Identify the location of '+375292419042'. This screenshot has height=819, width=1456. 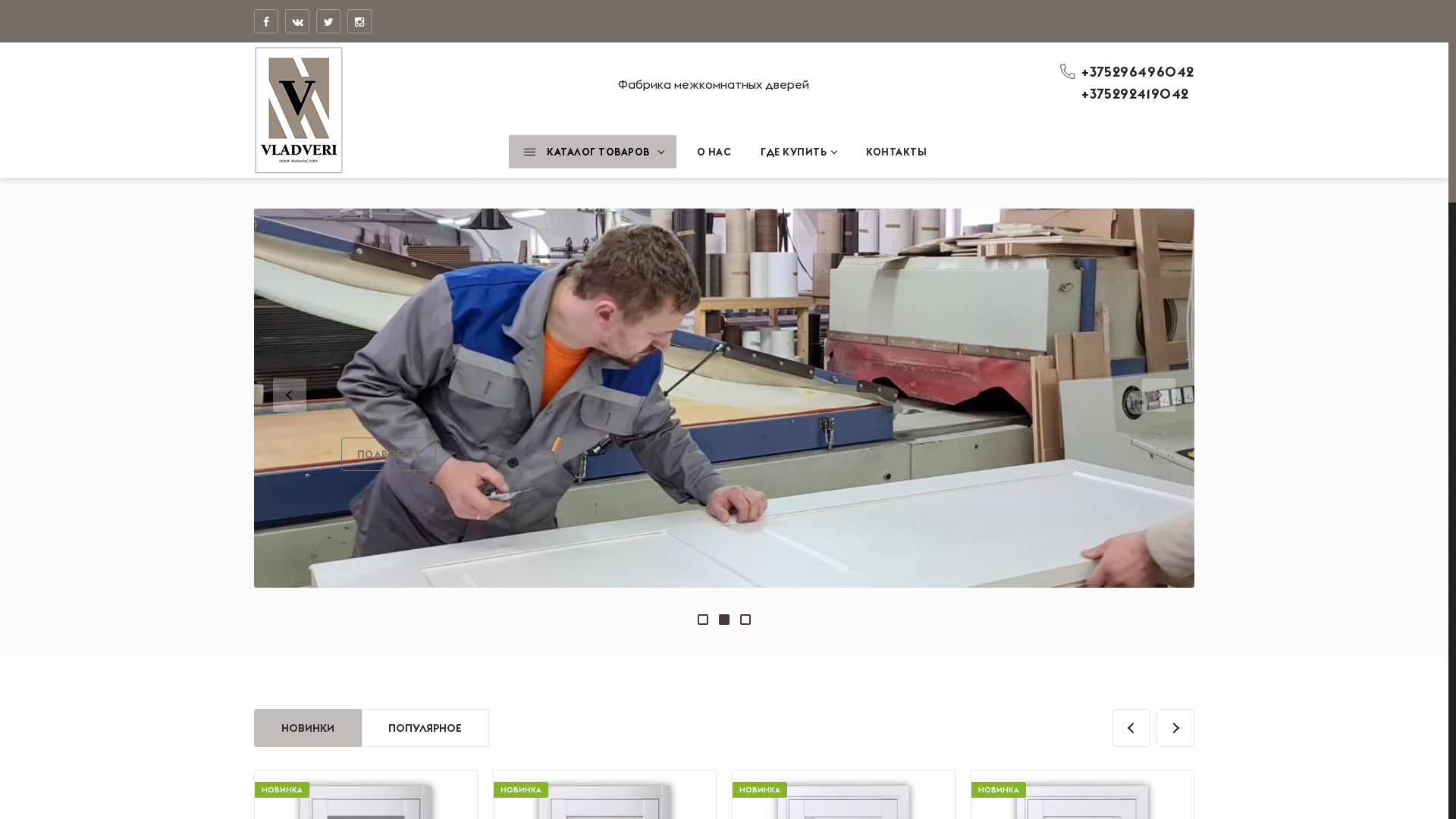
(1080, 93).